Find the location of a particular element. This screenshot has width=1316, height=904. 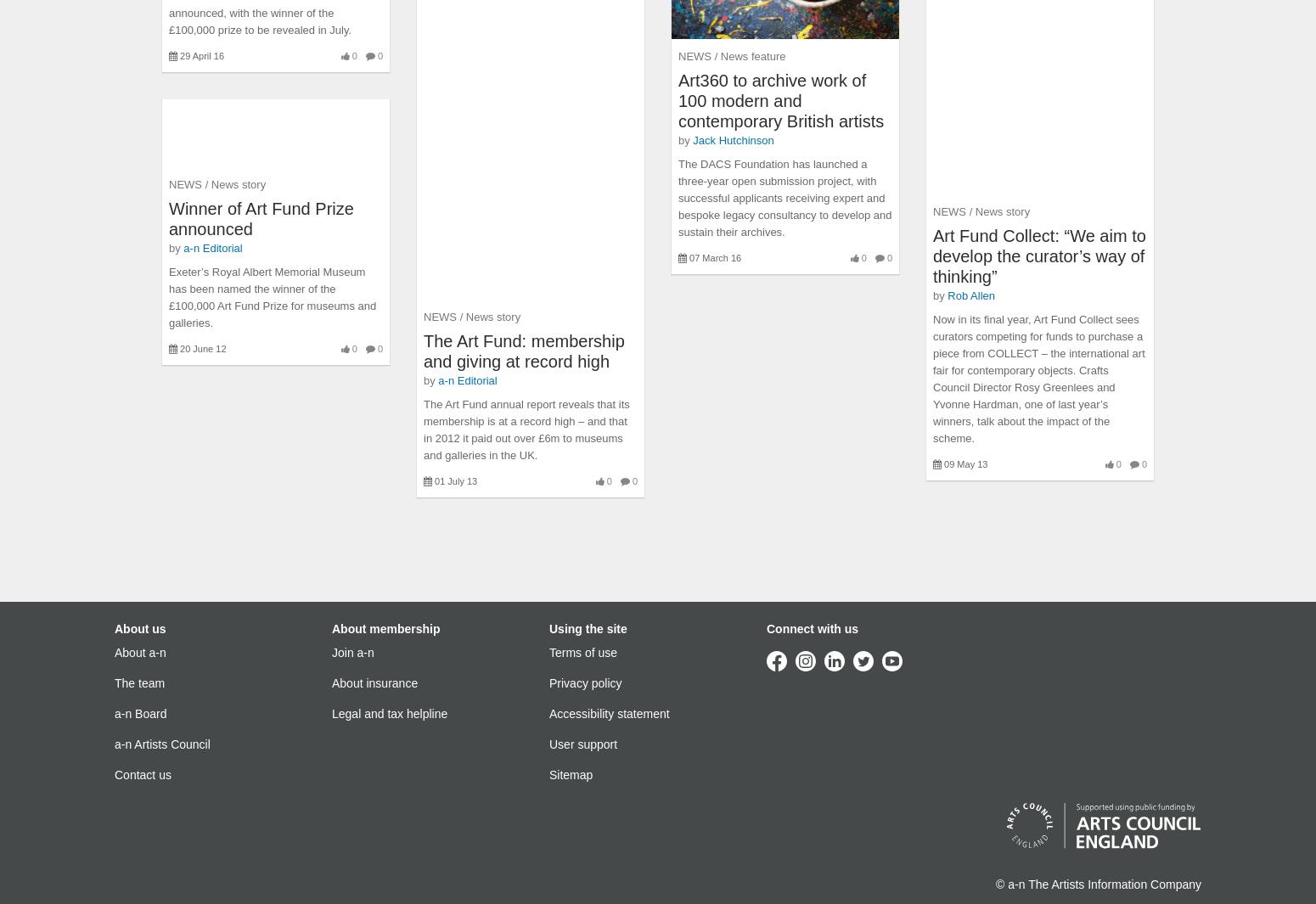

'About insurance' is located at coordinates (374, 683).